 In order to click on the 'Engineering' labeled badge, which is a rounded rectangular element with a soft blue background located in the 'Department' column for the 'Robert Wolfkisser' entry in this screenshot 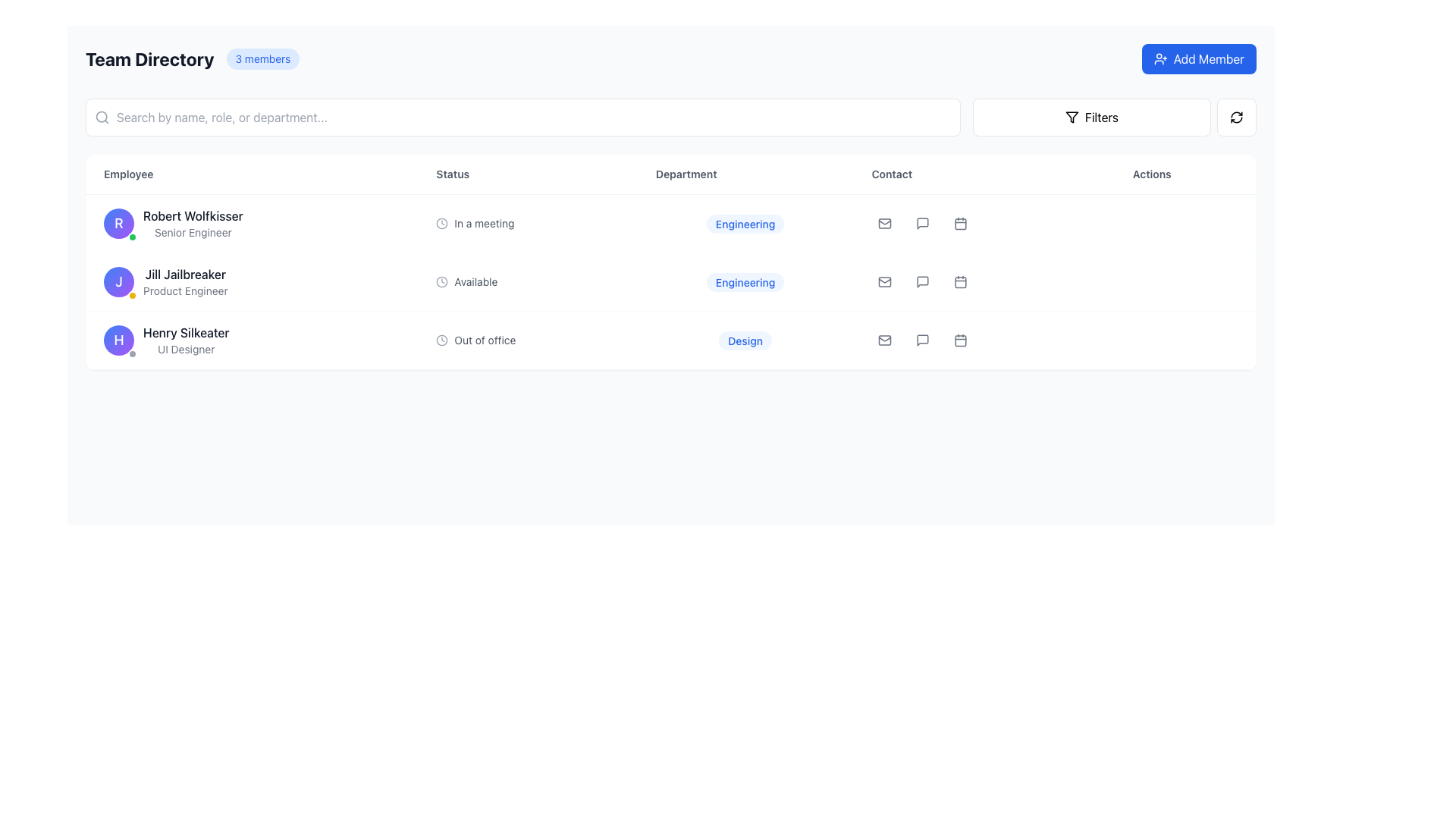, I will do `click(745, 224)`.